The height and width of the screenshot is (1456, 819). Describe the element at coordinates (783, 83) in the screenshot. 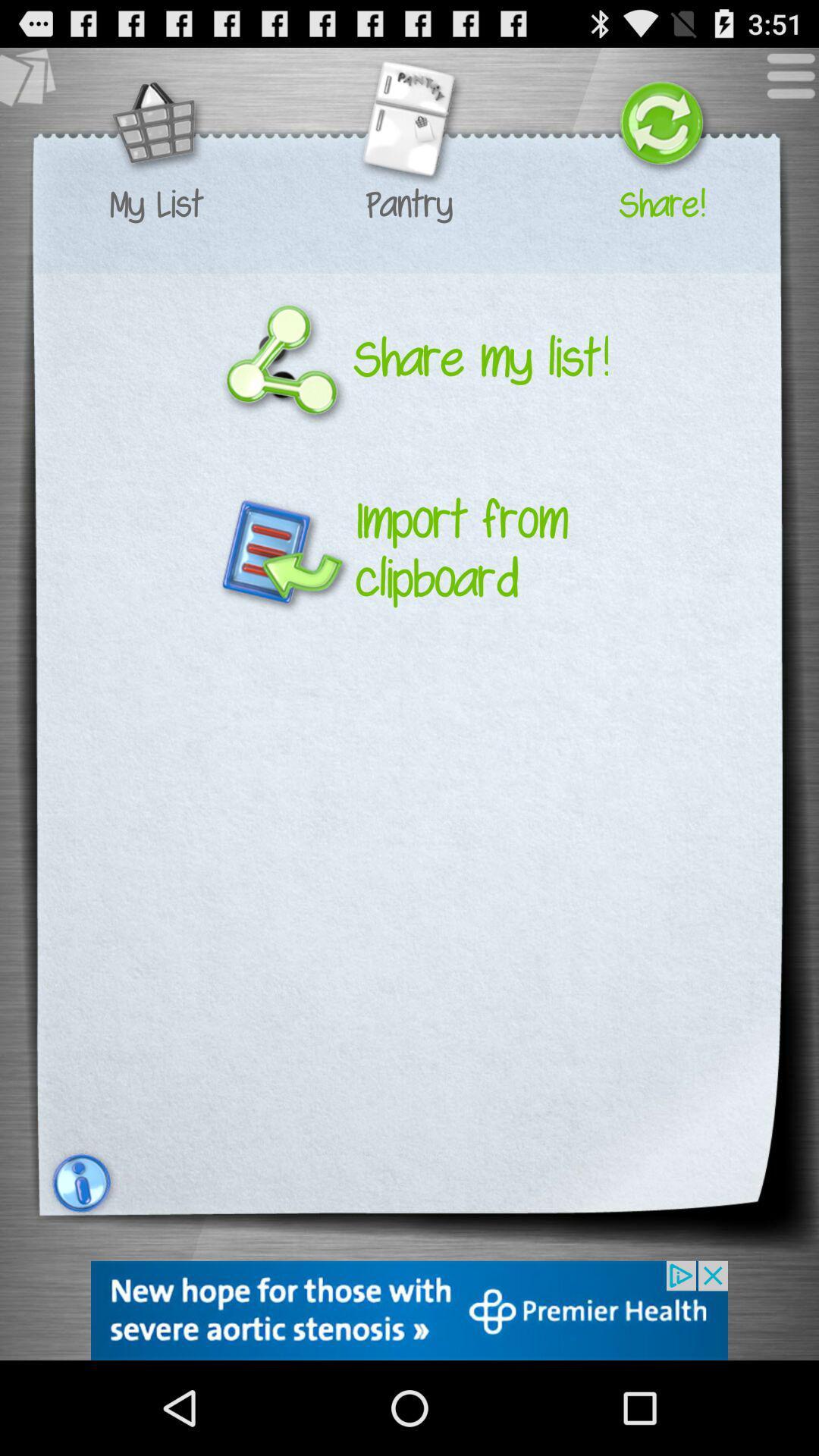

I see `menu option` at that location.